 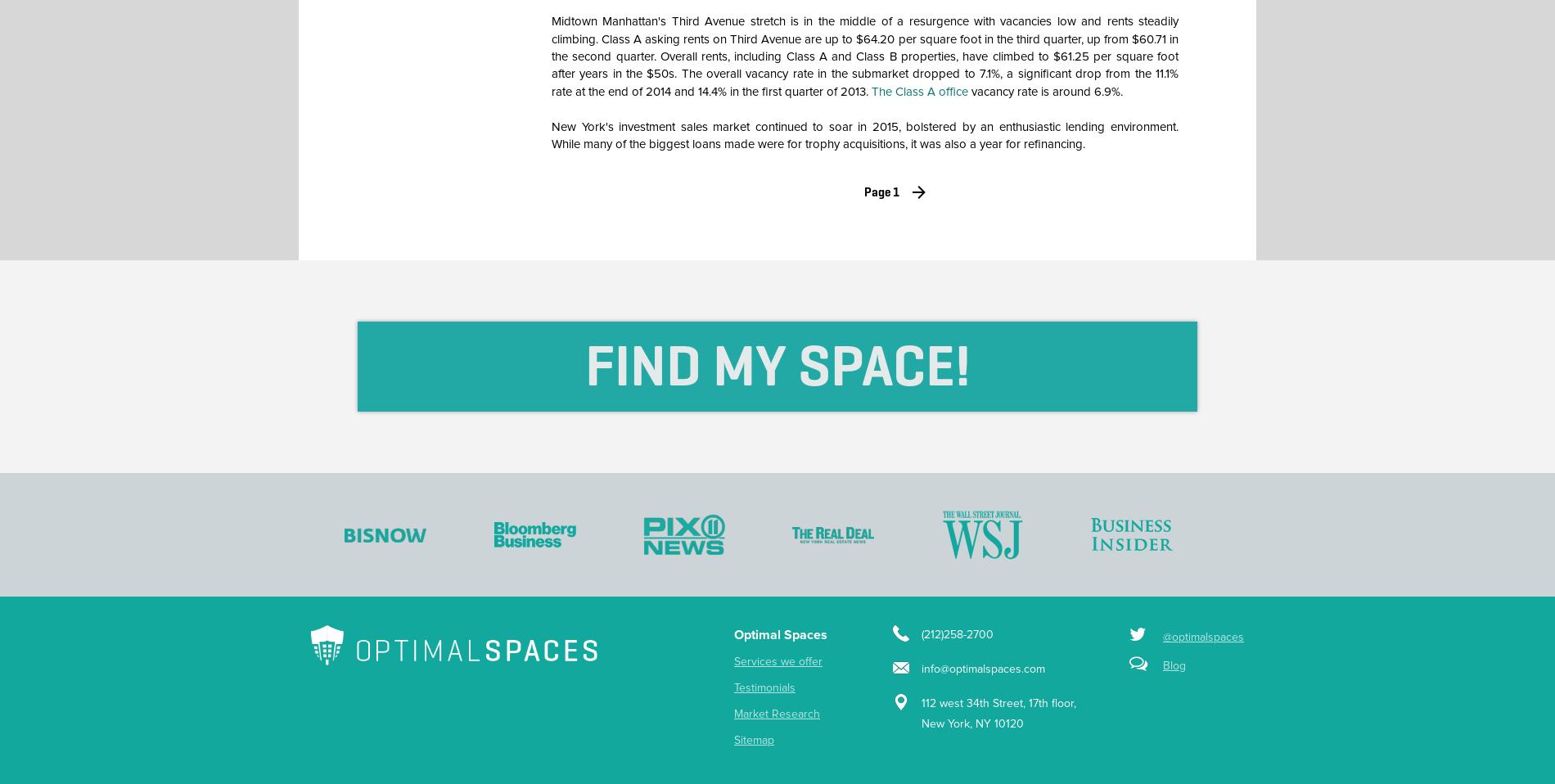 I want to click on 'info@optimalspaces.com', so click(x=921, y=667).